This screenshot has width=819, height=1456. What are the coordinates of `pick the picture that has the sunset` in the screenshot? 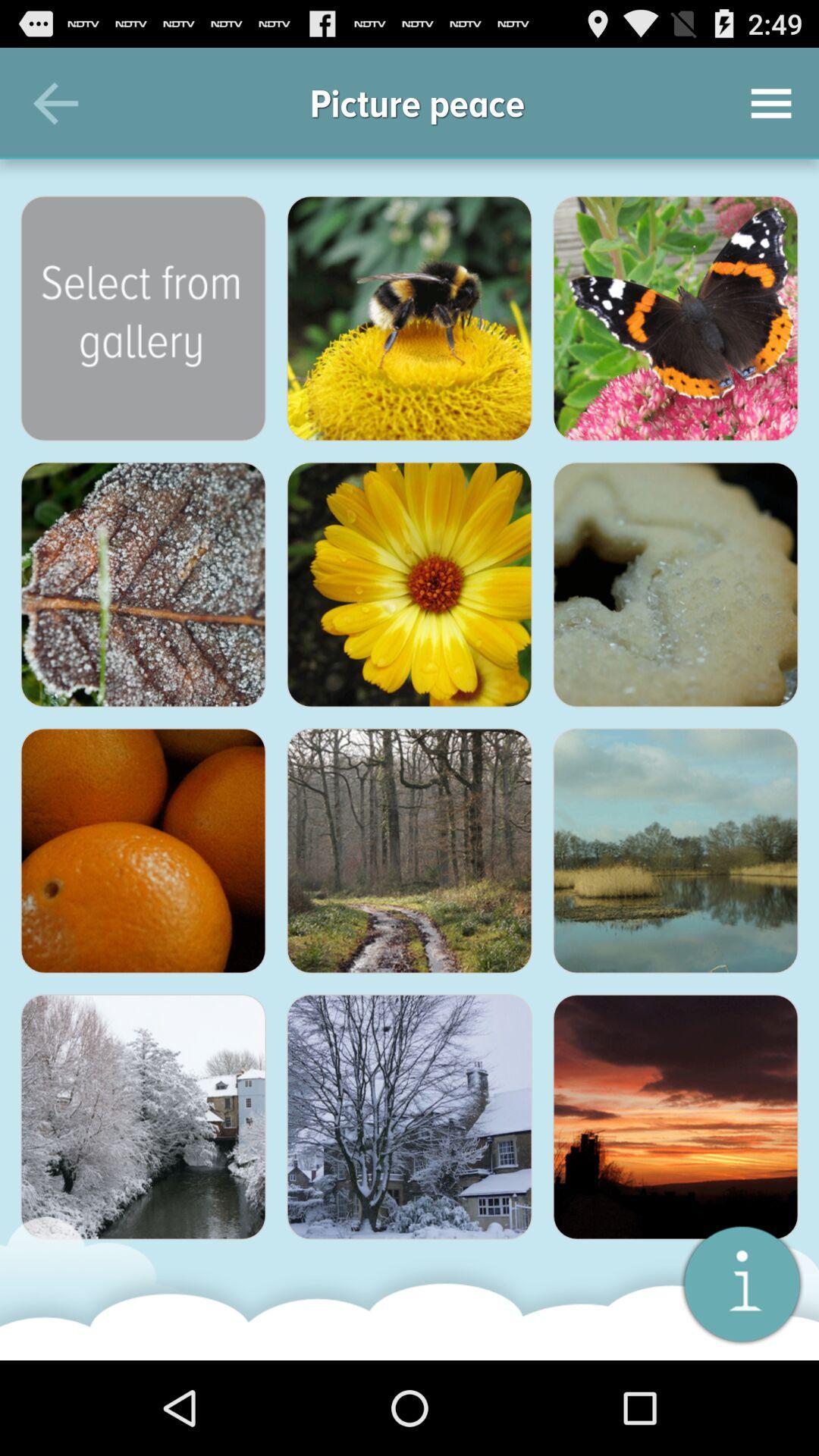 It's located at (675, 1117).